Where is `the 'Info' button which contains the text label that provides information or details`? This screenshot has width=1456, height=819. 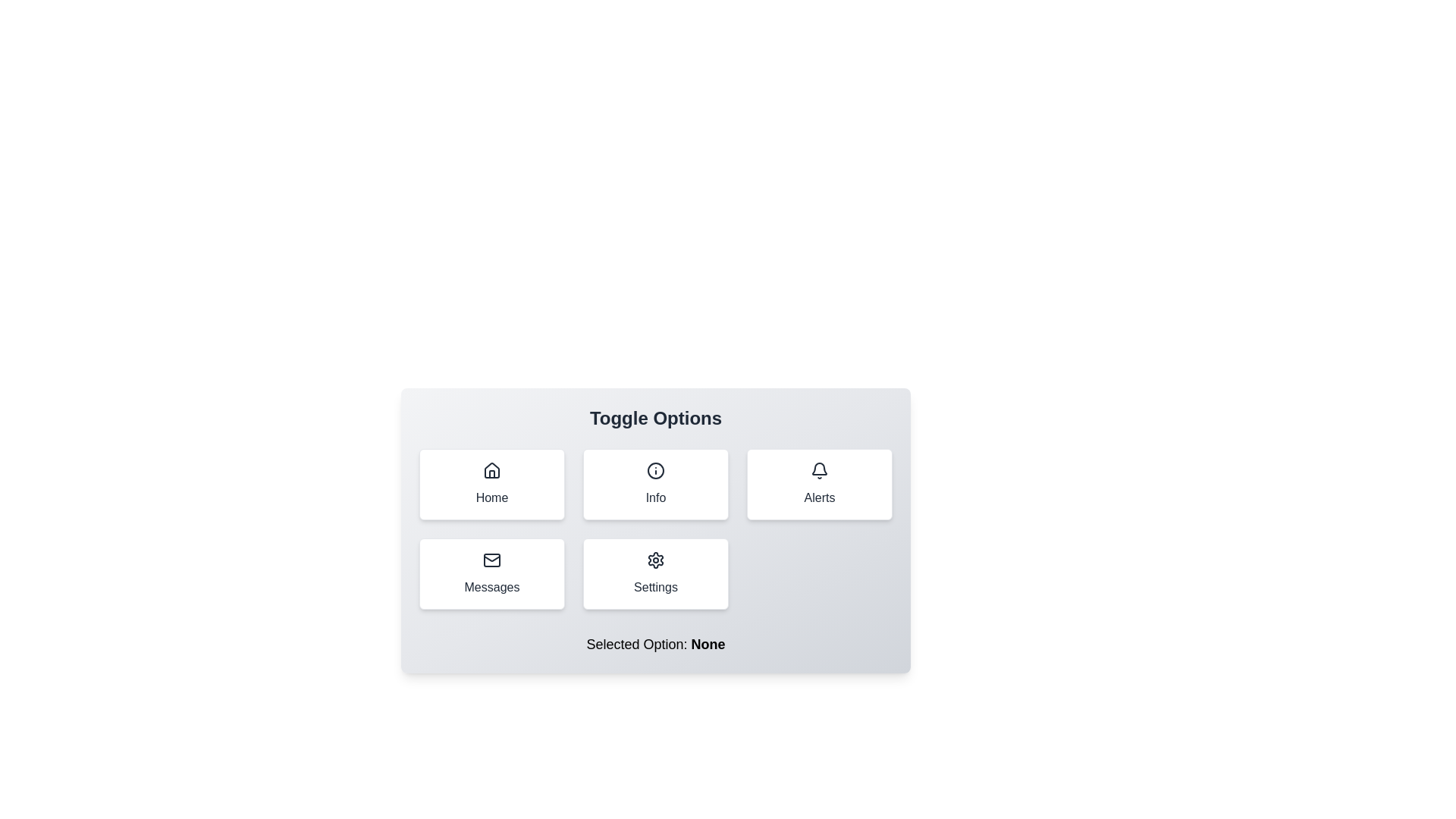
the 'Info' button which contains the text label that provides information or details is located at coordinates (655, 497).